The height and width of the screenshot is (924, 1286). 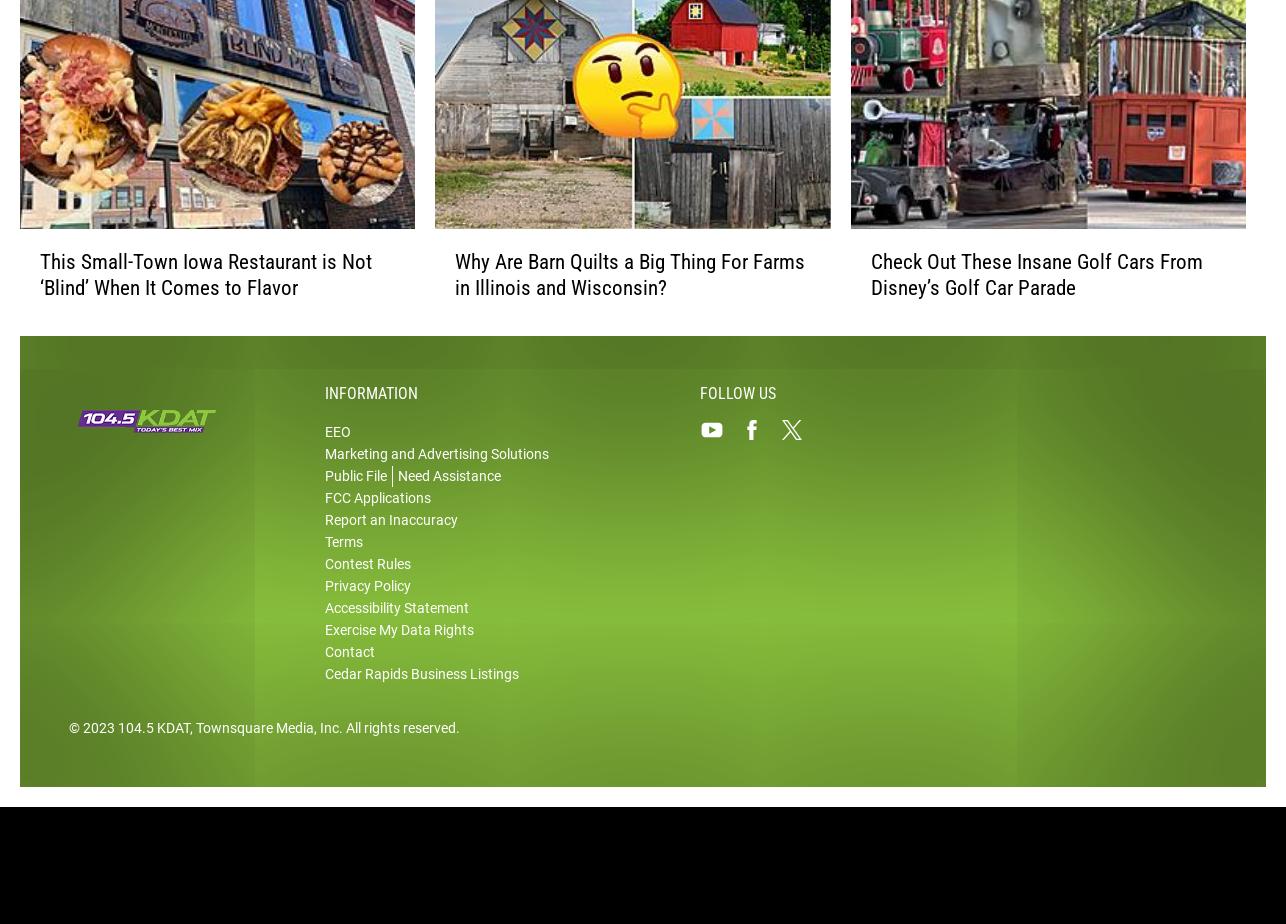 What do you see at coordinates (343, 573) in the screenshot?
I see `'Terms'` at bounding box center [343, 573].